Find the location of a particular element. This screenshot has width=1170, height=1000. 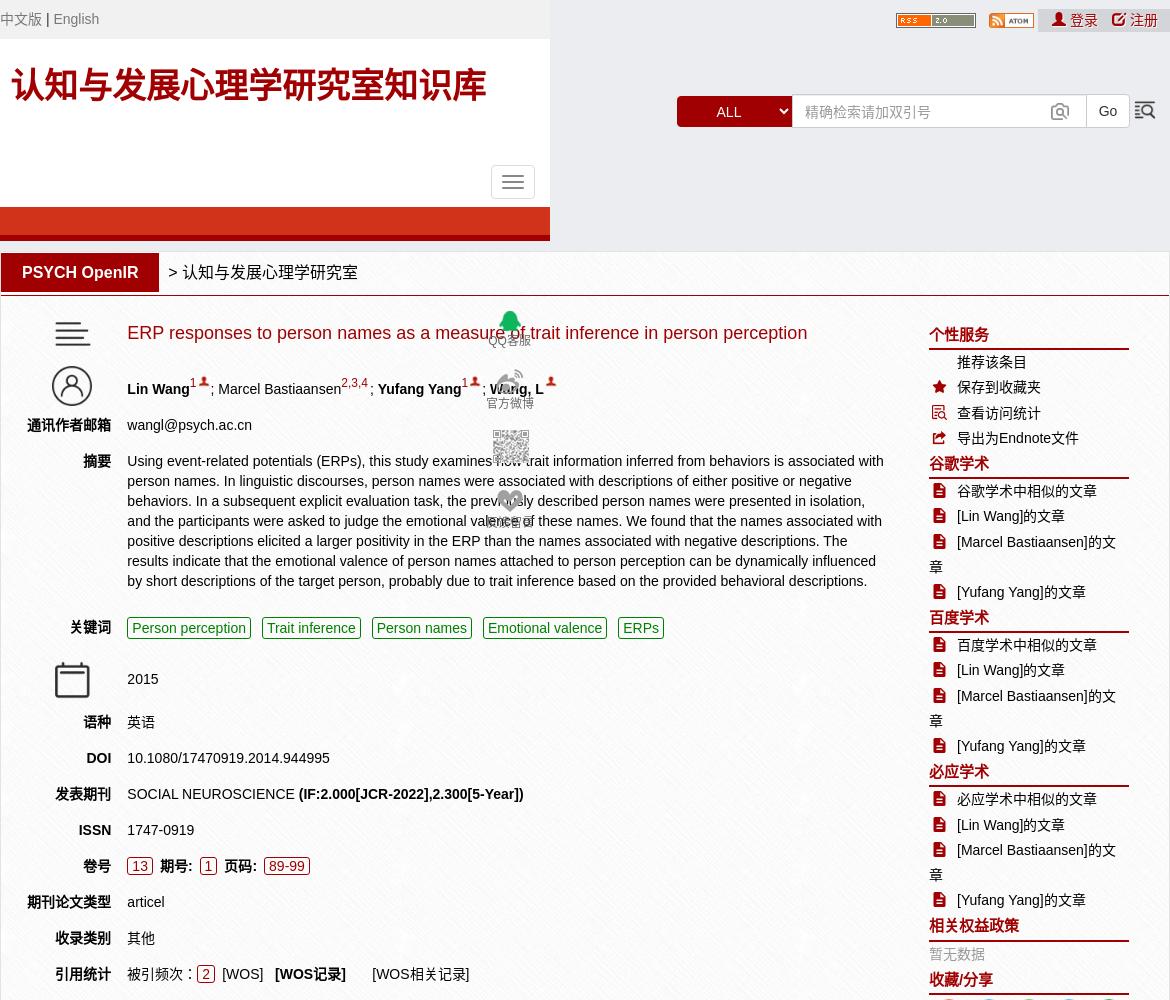

'articel' is located at coordinates (144, 901).